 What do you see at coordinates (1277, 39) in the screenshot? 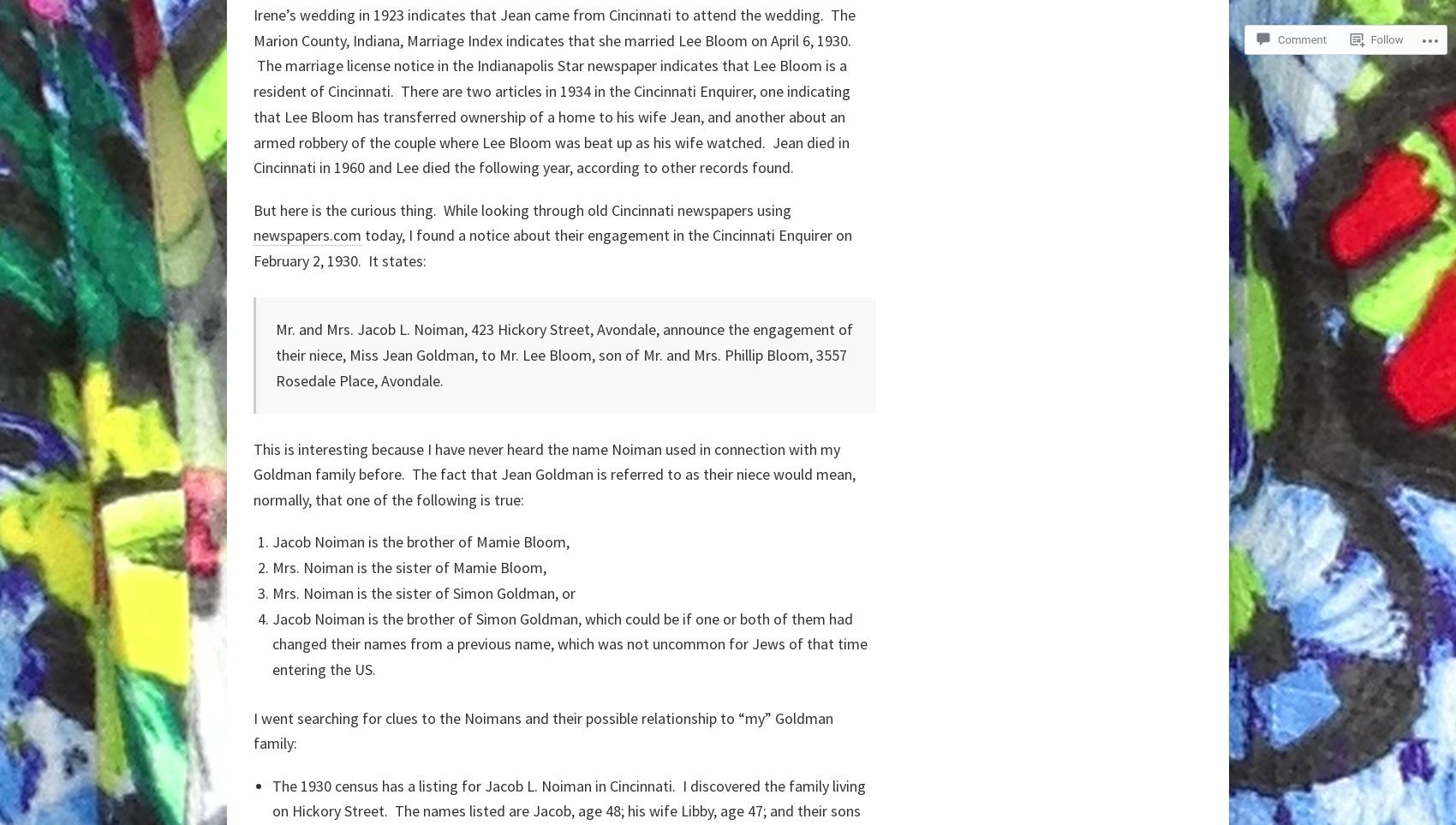
I see `'Comment'` at bounding box center [1277, 39].